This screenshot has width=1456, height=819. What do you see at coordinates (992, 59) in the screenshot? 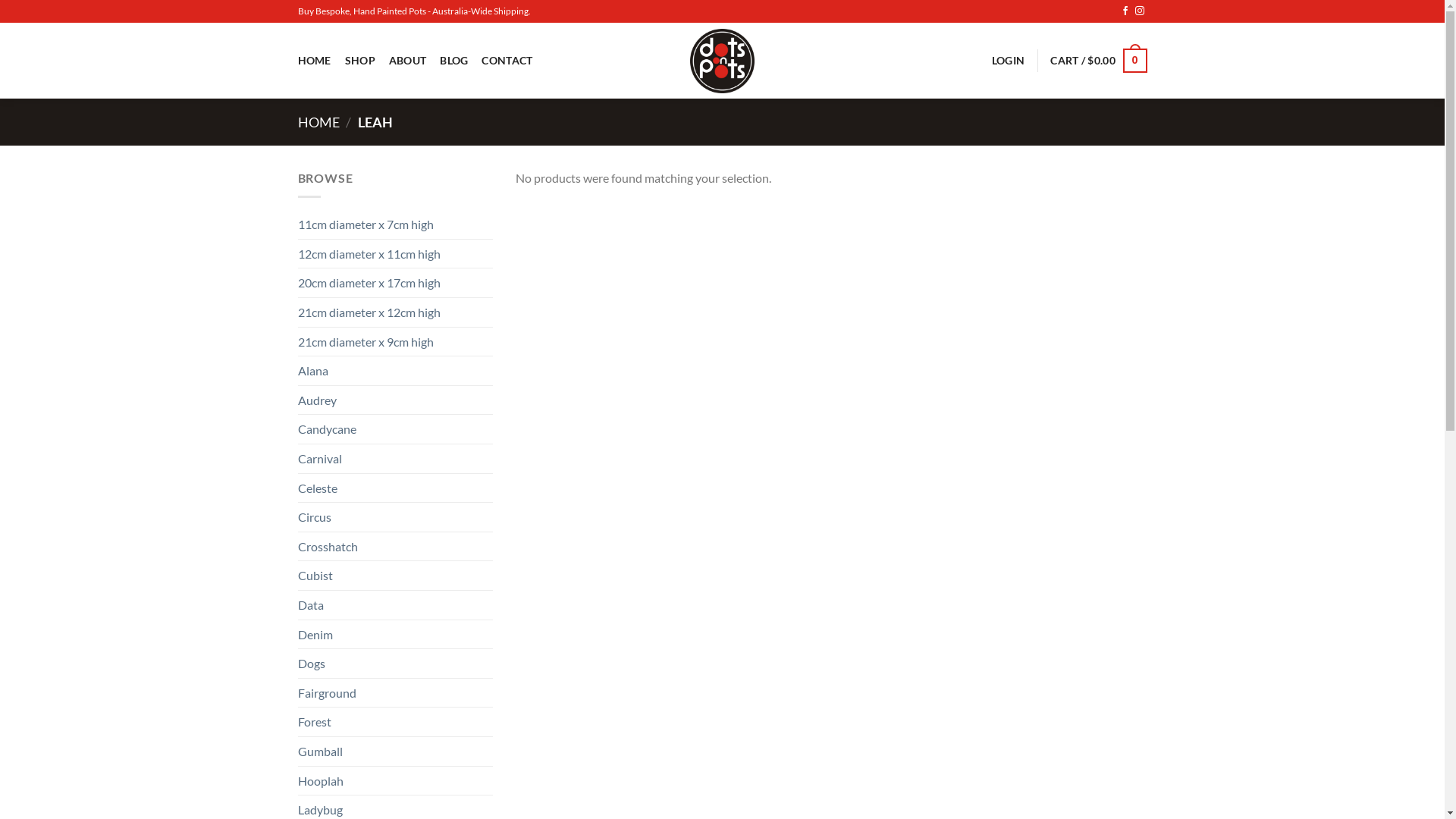
I see `'LOGIN'` at bounding box center [992, 59].